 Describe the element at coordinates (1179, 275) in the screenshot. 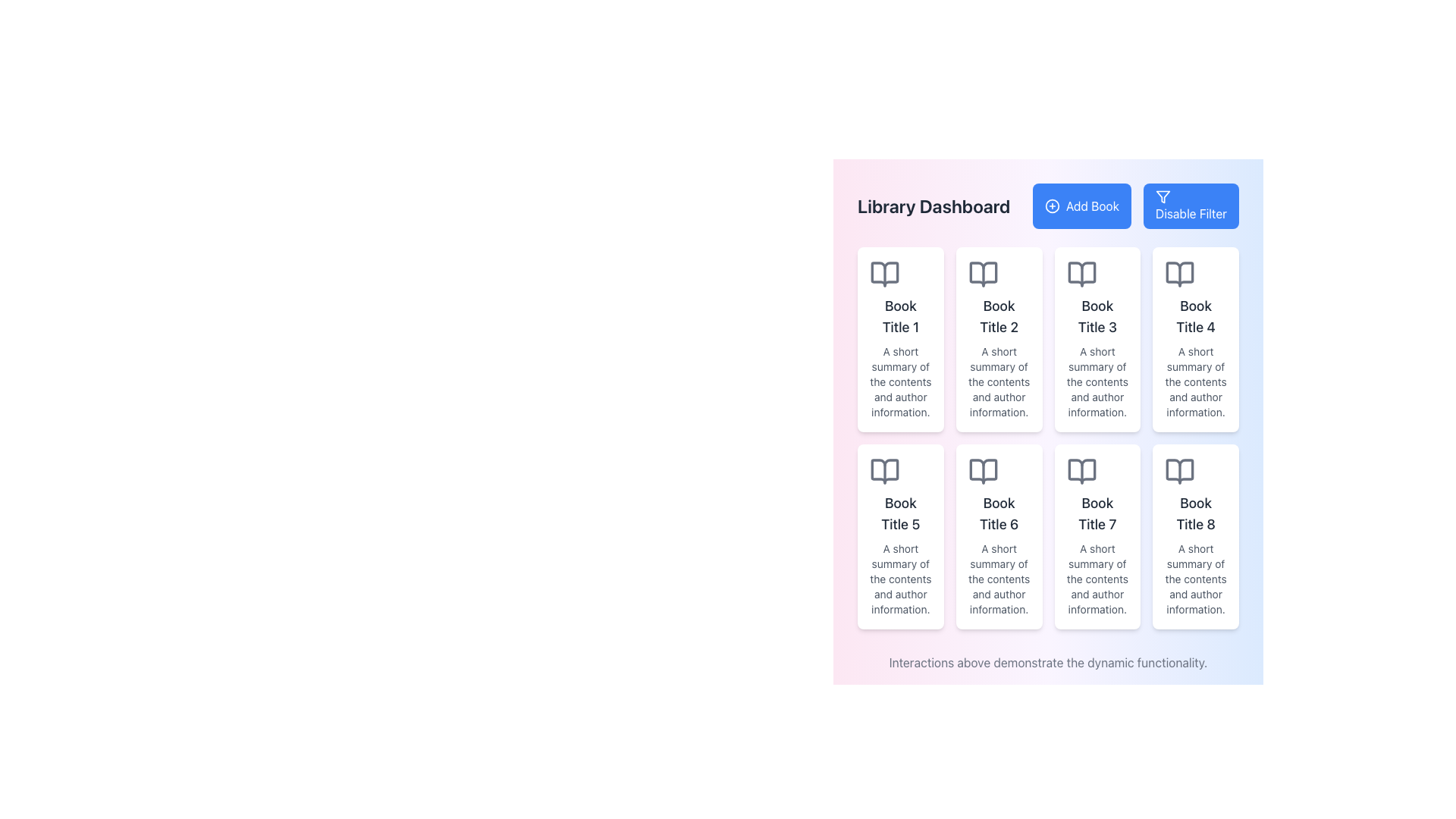

I see `the book icon located in the top-right section of the library dashboard inside the card labeled 'Book Title 4'. This icon symbolizes the concept of a book or reading, helping users identify the associated content` at that location.